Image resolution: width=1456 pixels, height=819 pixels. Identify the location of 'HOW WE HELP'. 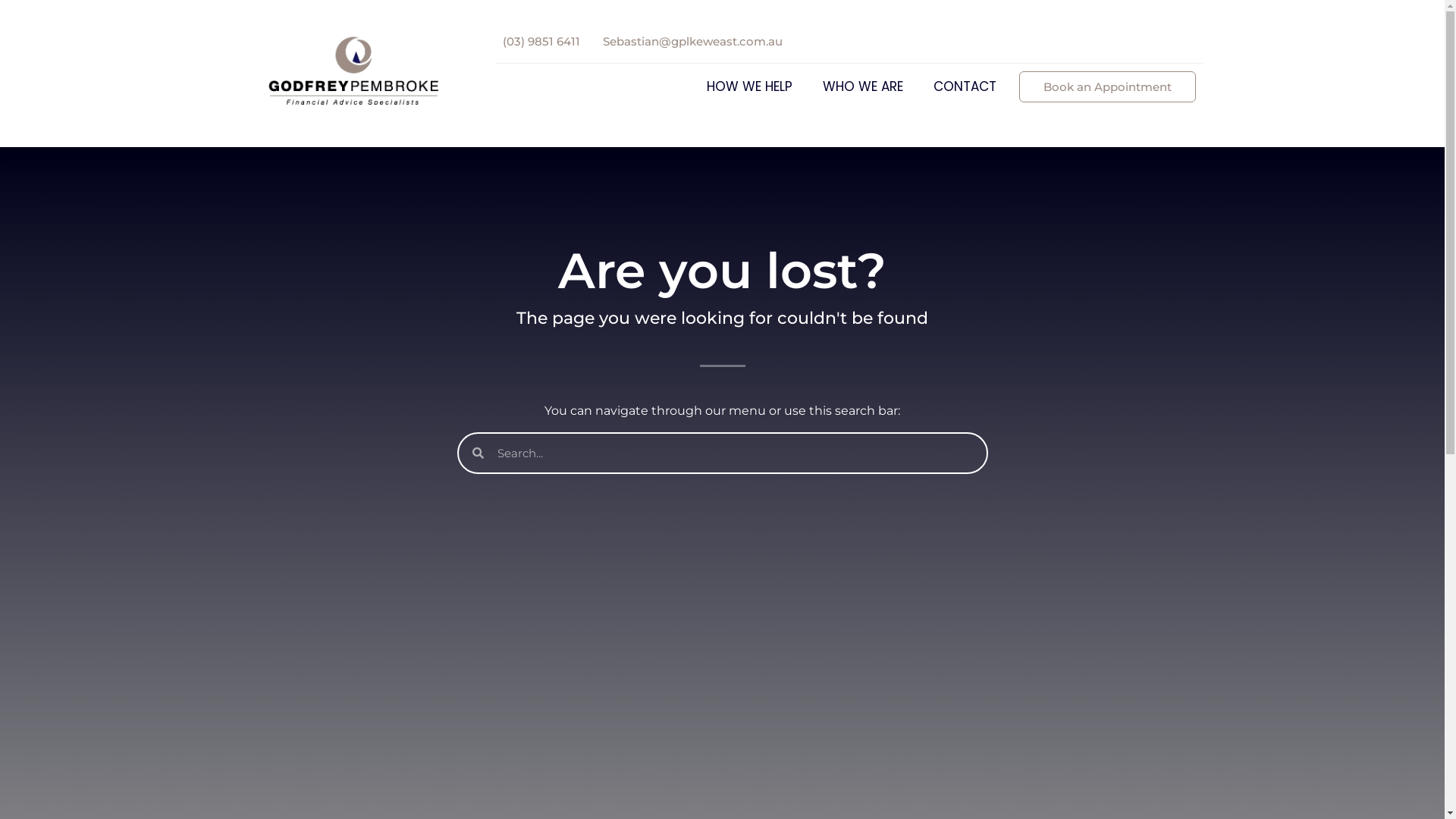
(753, 86).